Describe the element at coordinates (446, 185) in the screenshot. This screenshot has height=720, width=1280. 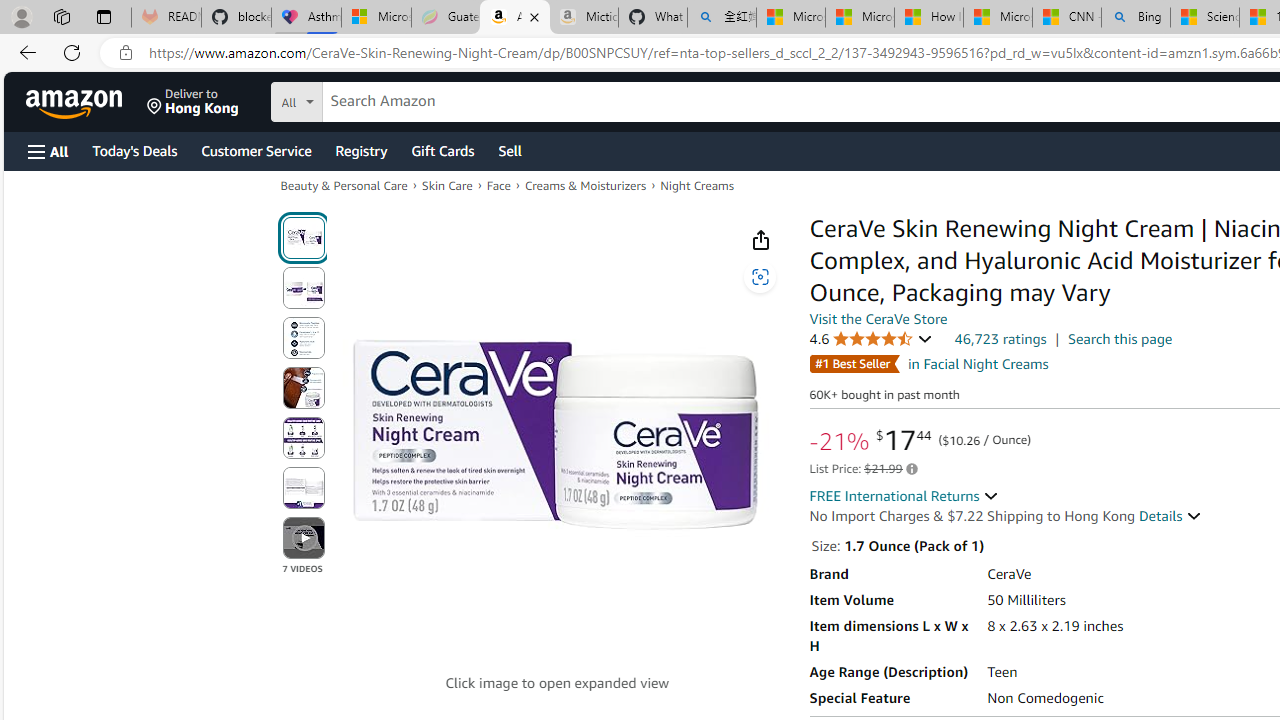
I see `'Skin Care'` at that location.